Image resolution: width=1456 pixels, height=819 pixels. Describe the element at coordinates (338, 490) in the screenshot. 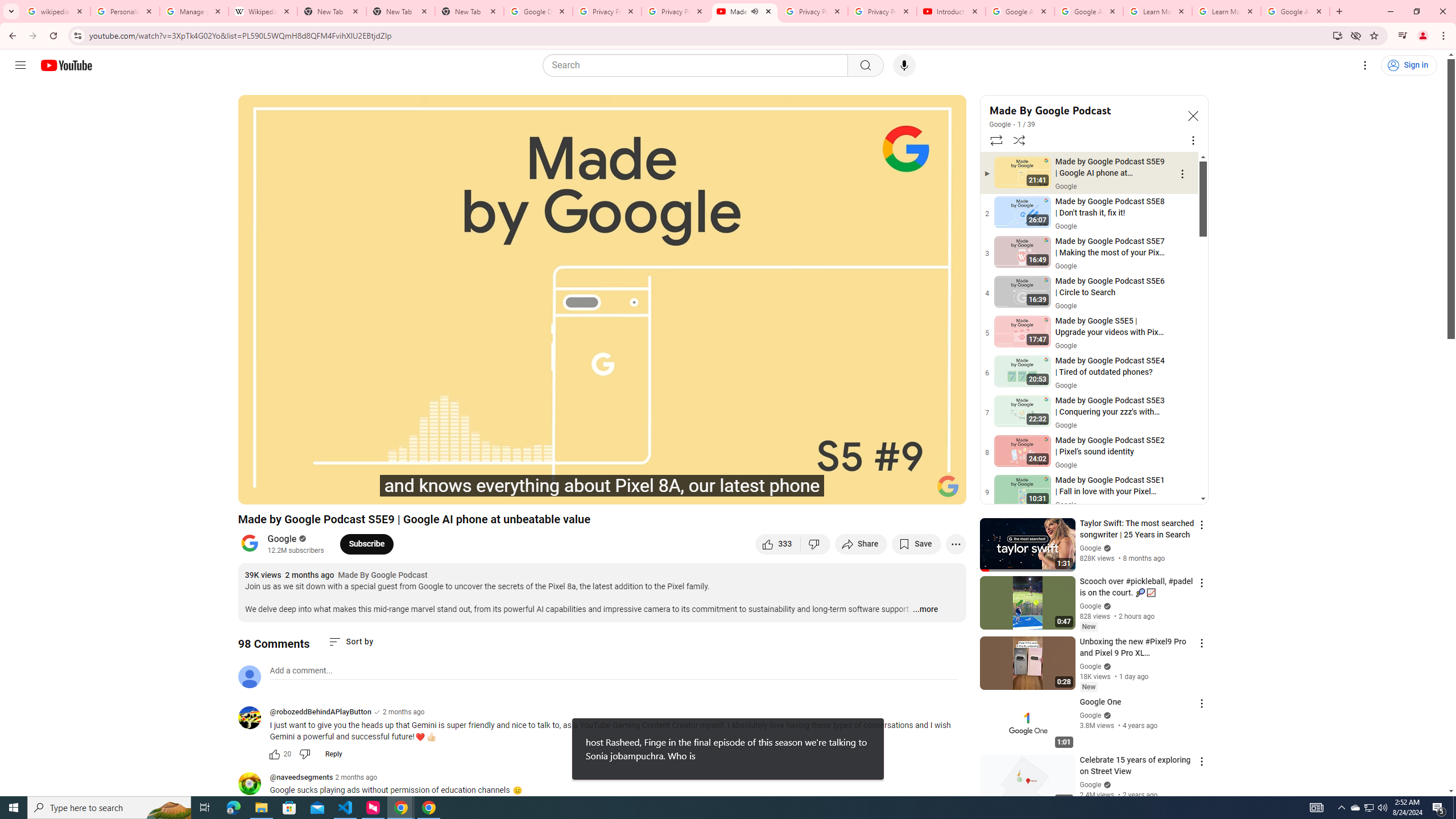

I see `'Mute (m)'` at that location.